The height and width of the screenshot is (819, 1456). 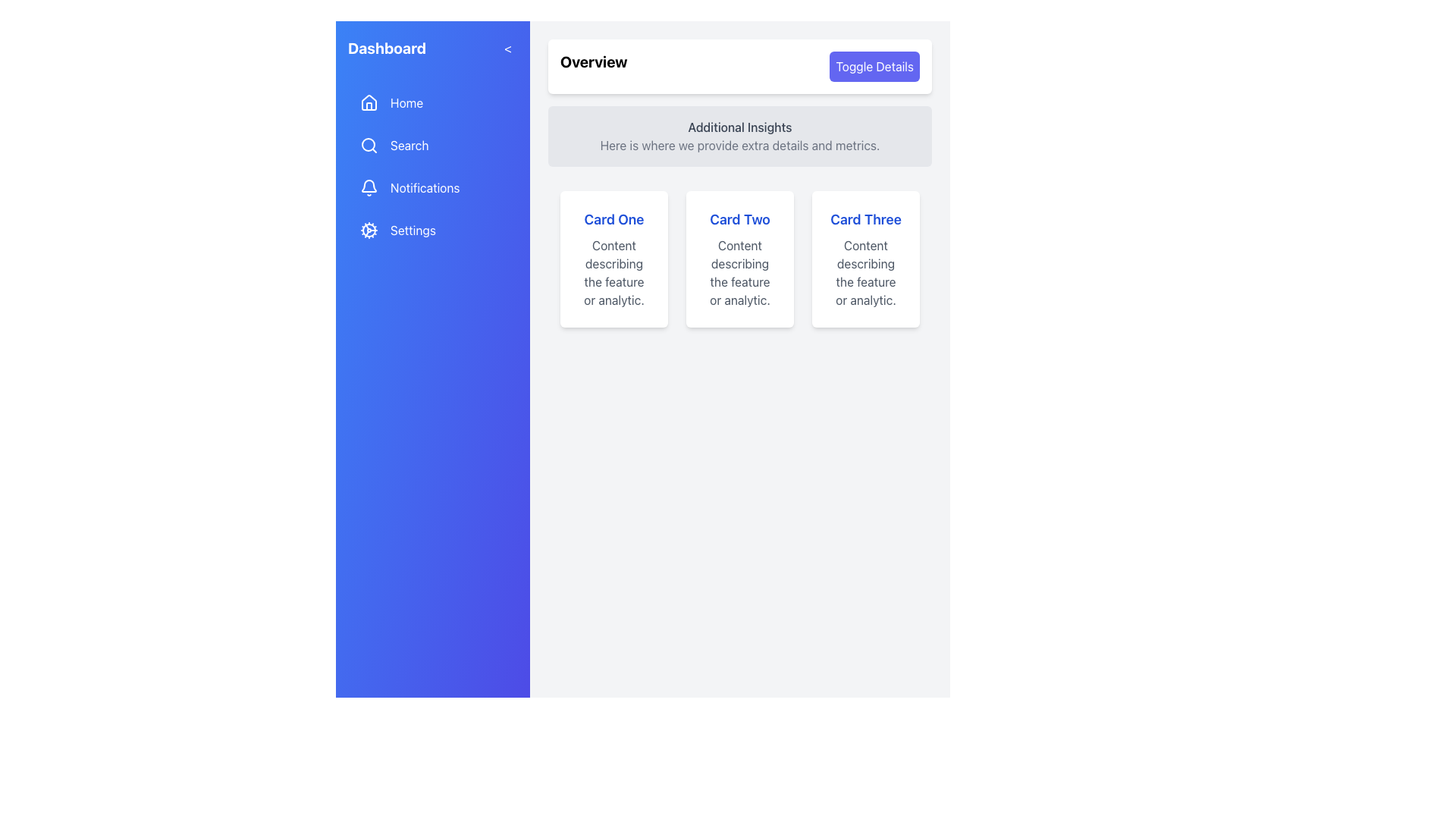 I want to click on the fourth item in the vertical navigation menu located in the left sidebar, so click(x=432, y=231).